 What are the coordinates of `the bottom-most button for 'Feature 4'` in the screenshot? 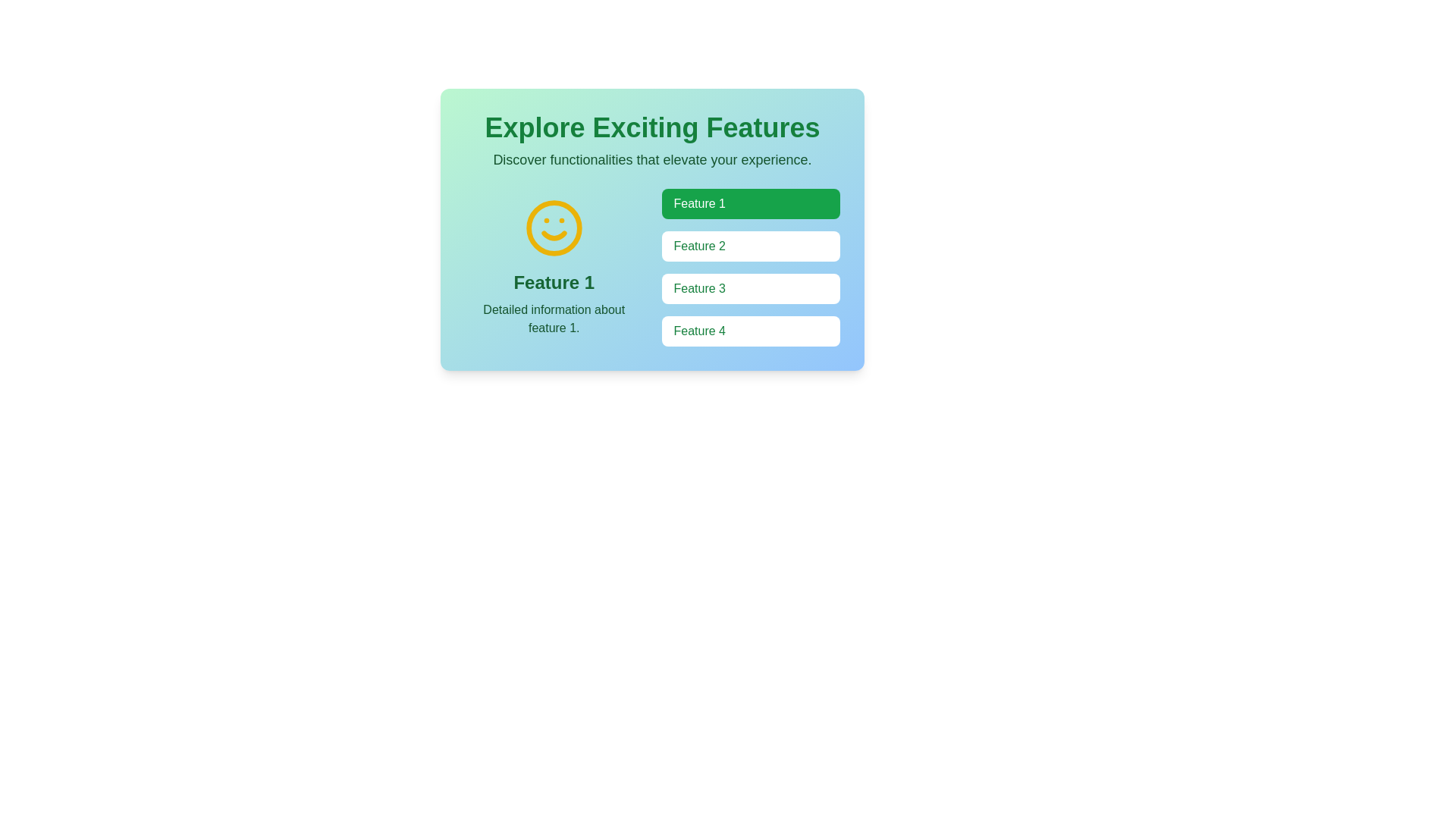 It's located at (751, 330).